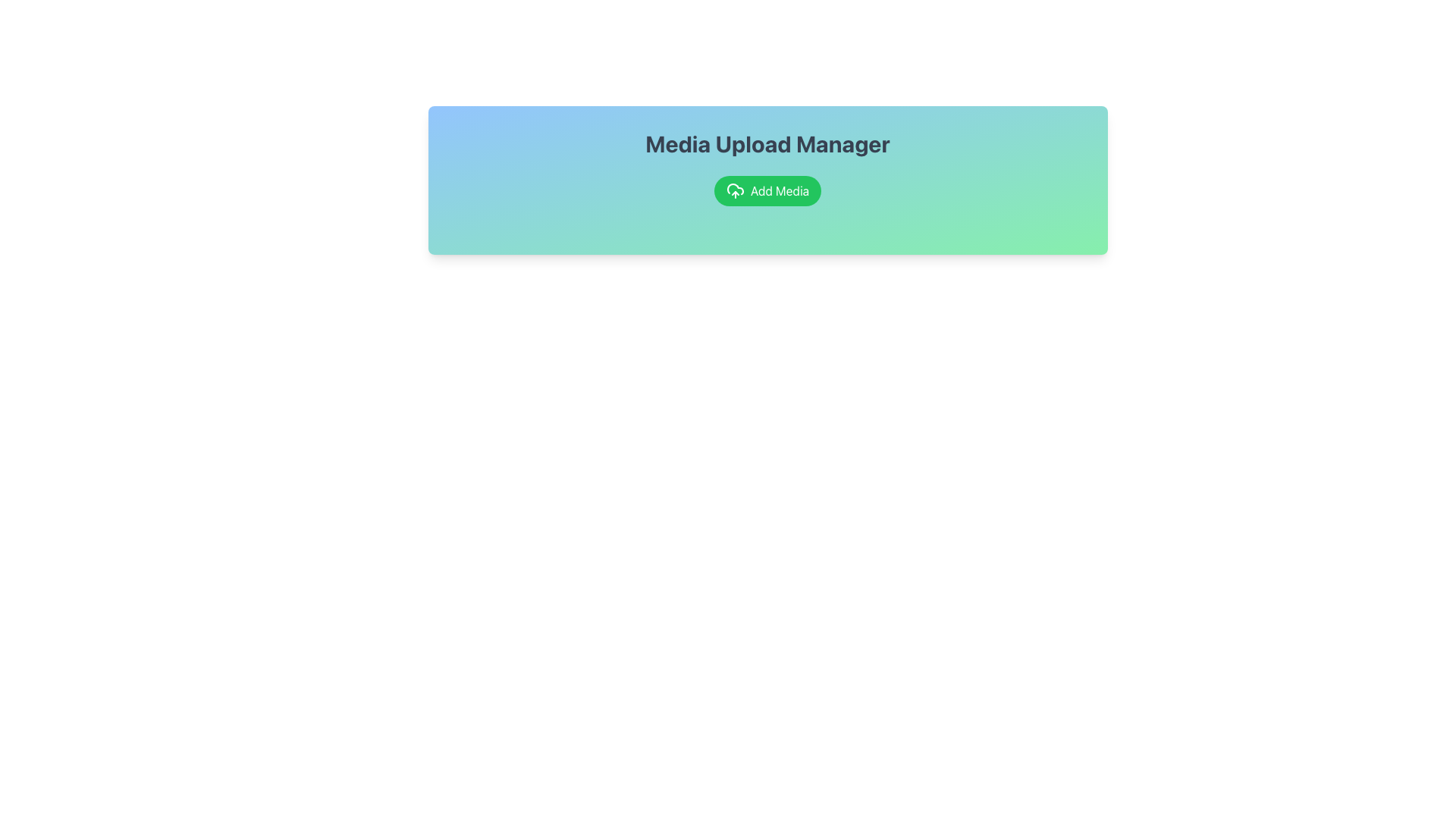 The height and width of the screenshot is (819, 1456). What do you see at coordinates (767, 190) in the screenshot?
I see `the 'Add Media' button` at bounding box center [767, 190].